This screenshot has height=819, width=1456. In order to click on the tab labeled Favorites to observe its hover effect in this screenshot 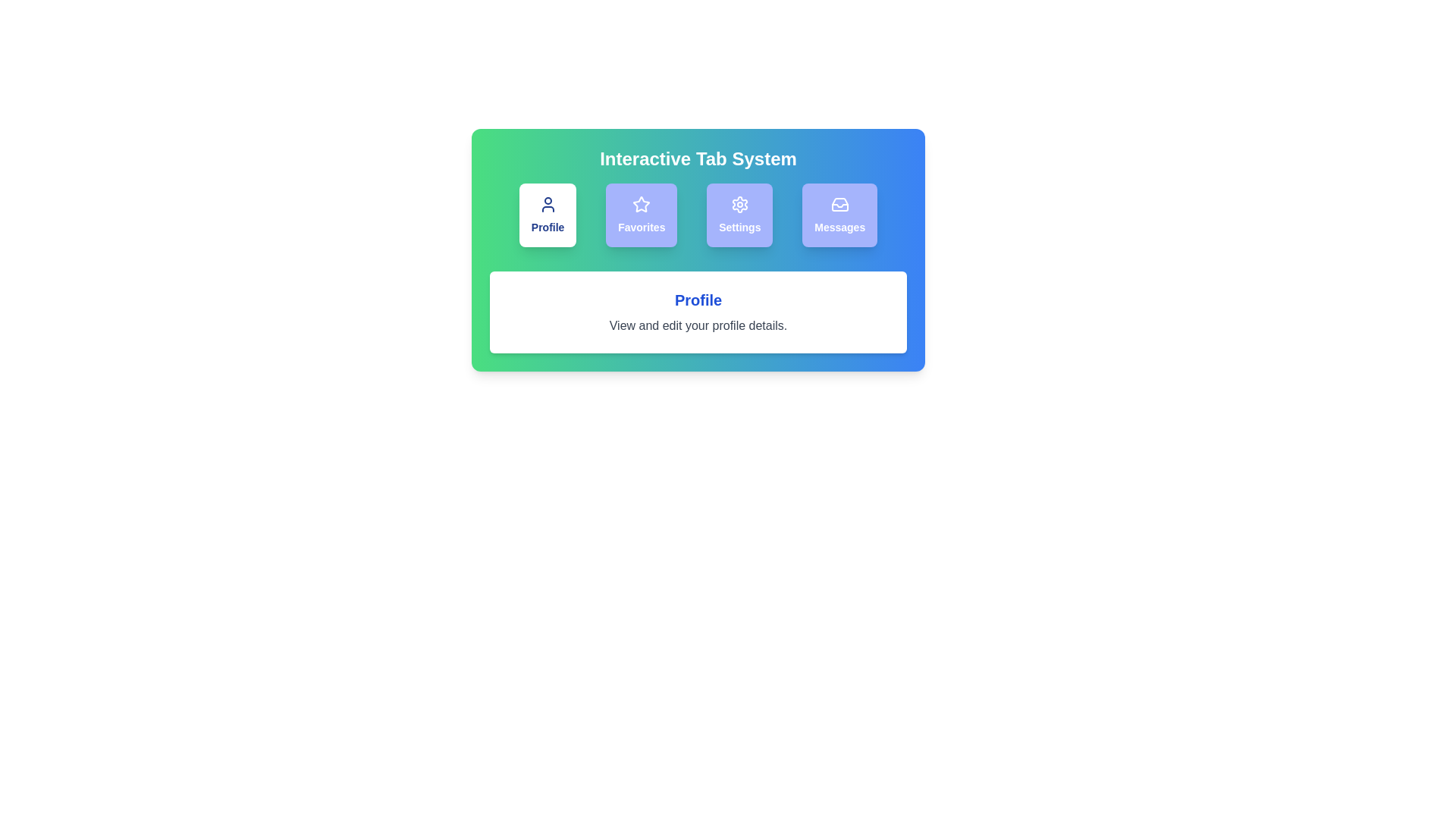, I will do `click(642, 215)`.